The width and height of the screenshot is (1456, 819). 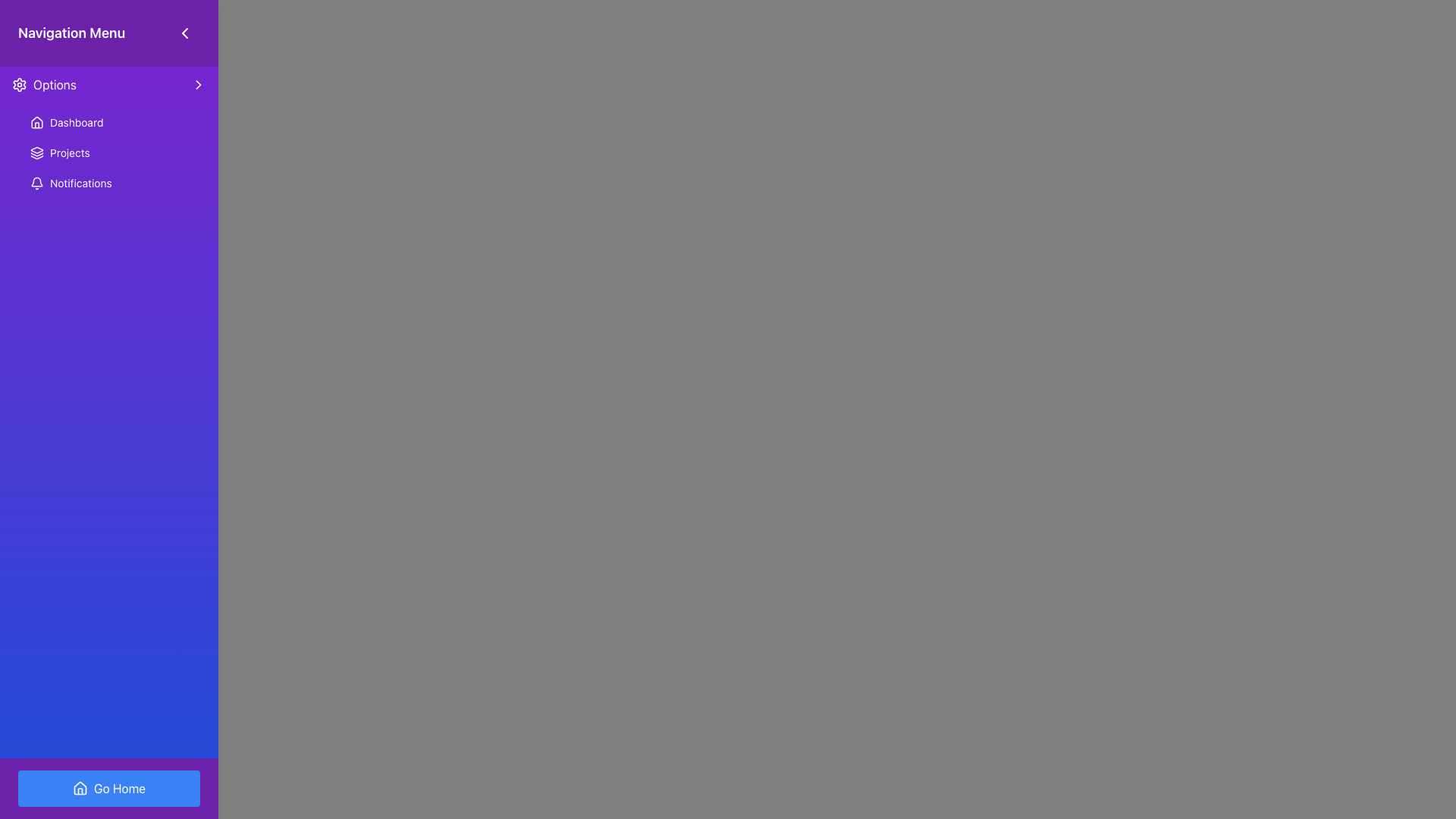 I want to click on the bottom center button that navigates to the home page, so click(x=108, y=788).